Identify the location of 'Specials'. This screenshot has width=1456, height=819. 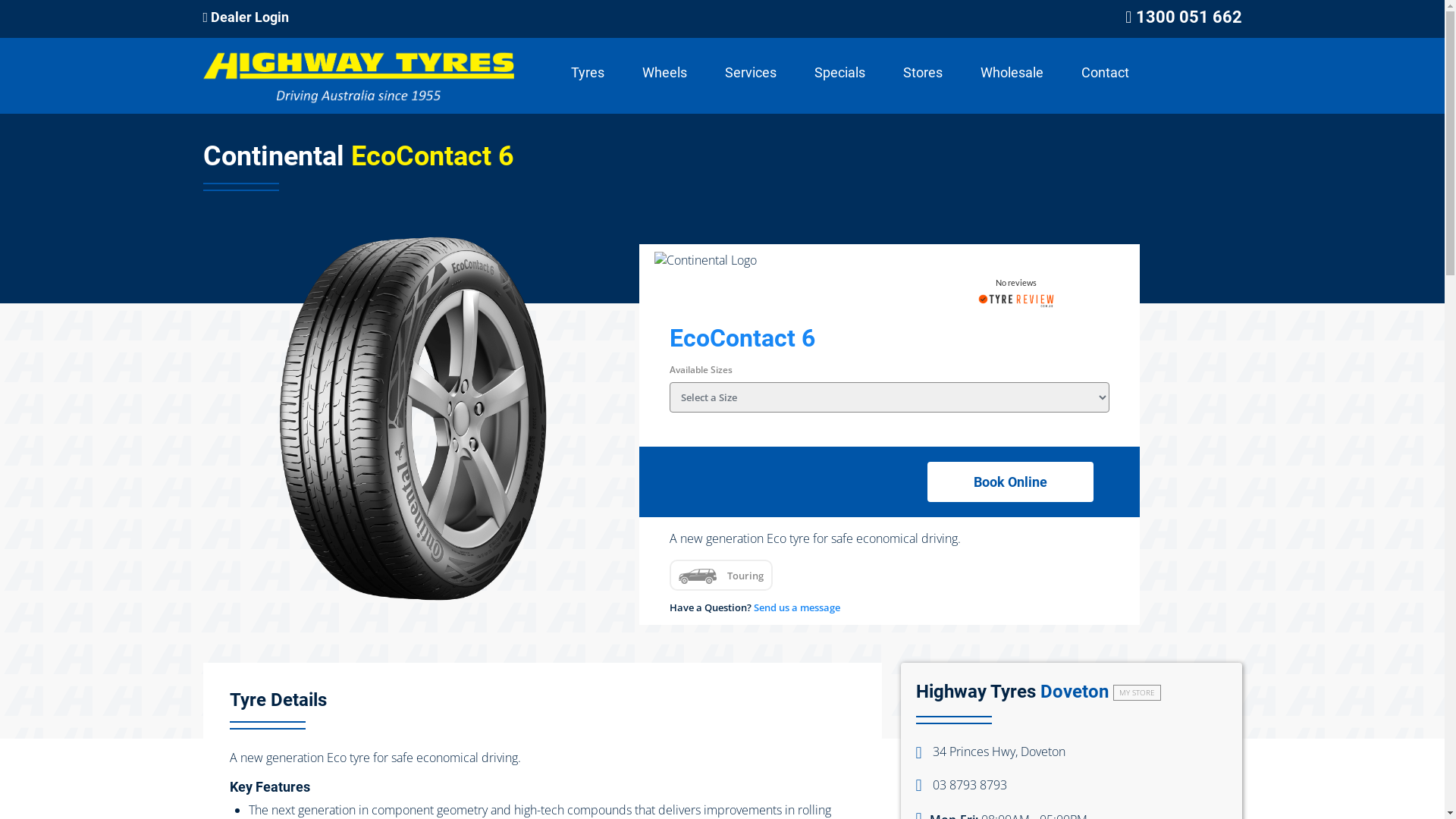
(839, 72).